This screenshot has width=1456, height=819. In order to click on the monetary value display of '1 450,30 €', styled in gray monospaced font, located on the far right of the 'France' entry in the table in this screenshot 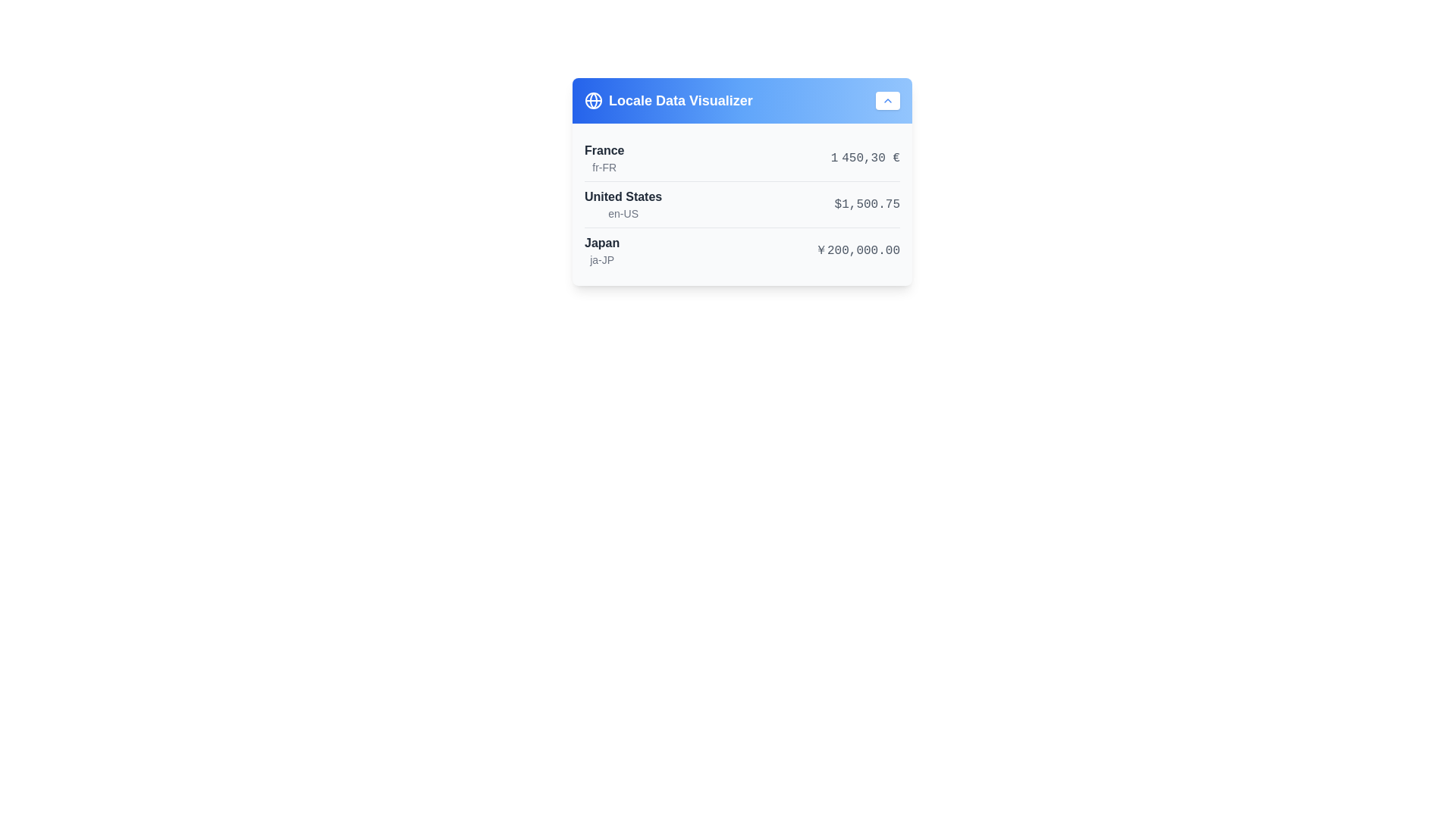, I will do `click(865, 158)`.